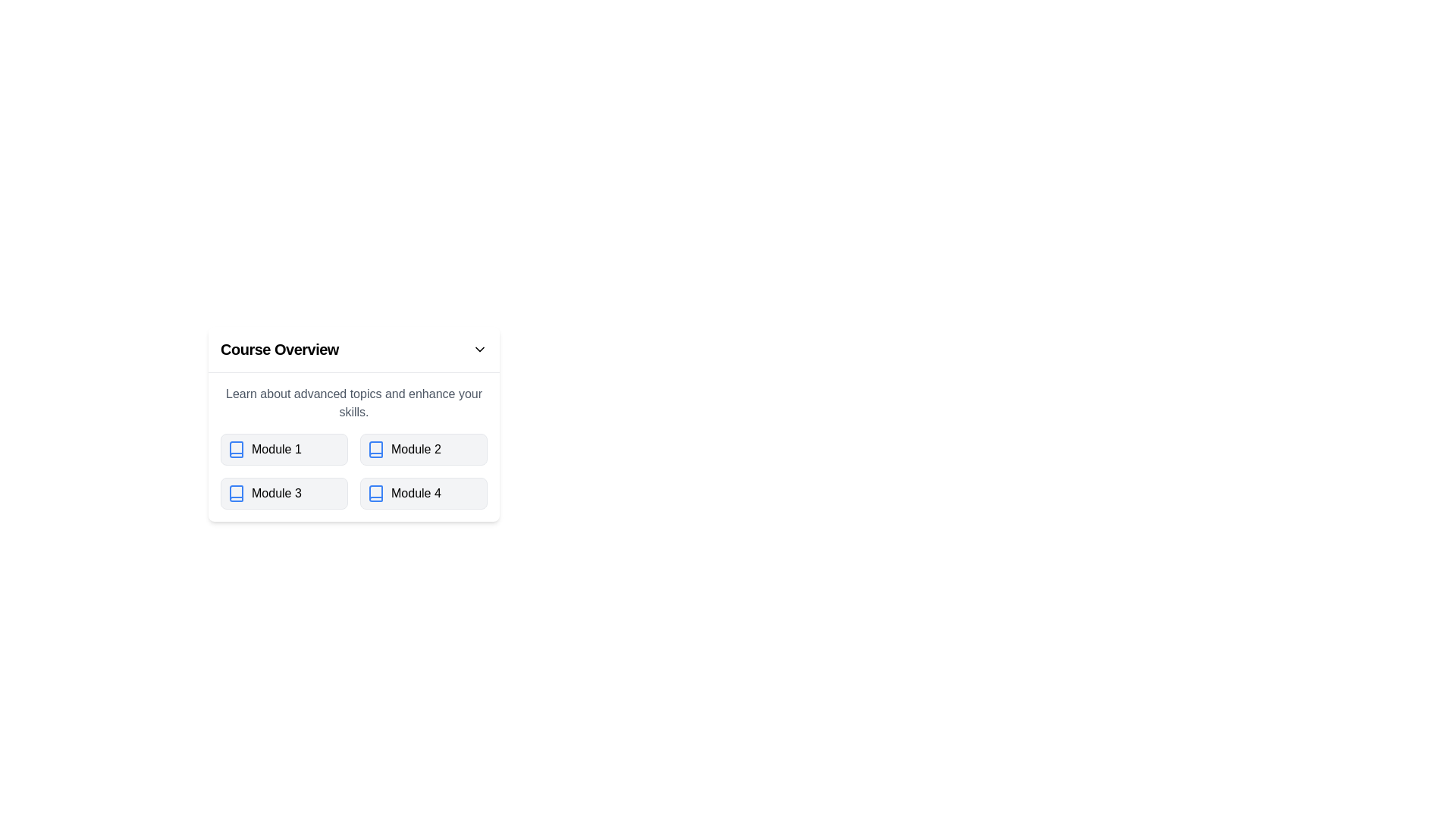  What do you see at coordinates (375, 494) in the screenshot?
I see `the open book icon in the 'Module 4' area, which is styled with blue strokes and represents reading or learning` at bounding box center [375, 494].